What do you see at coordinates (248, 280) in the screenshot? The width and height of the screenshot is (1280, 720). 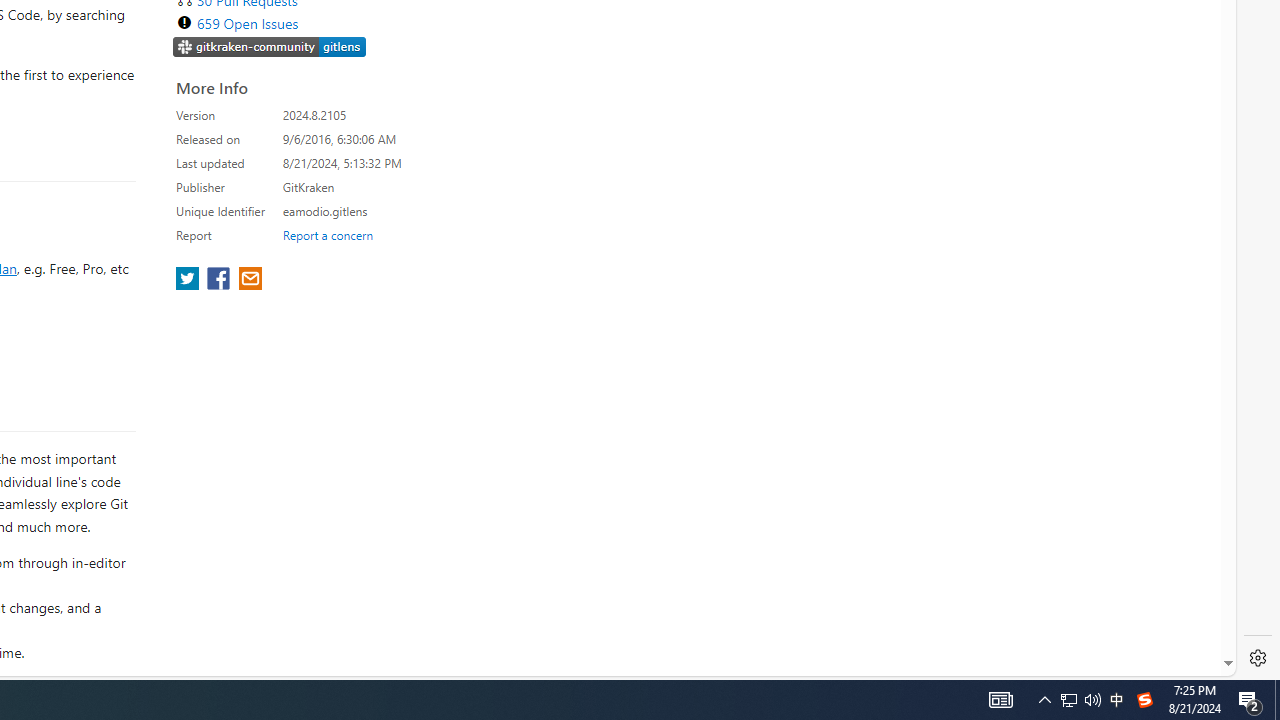 I see `'share extension on email'` at bounding box center [248, 280].